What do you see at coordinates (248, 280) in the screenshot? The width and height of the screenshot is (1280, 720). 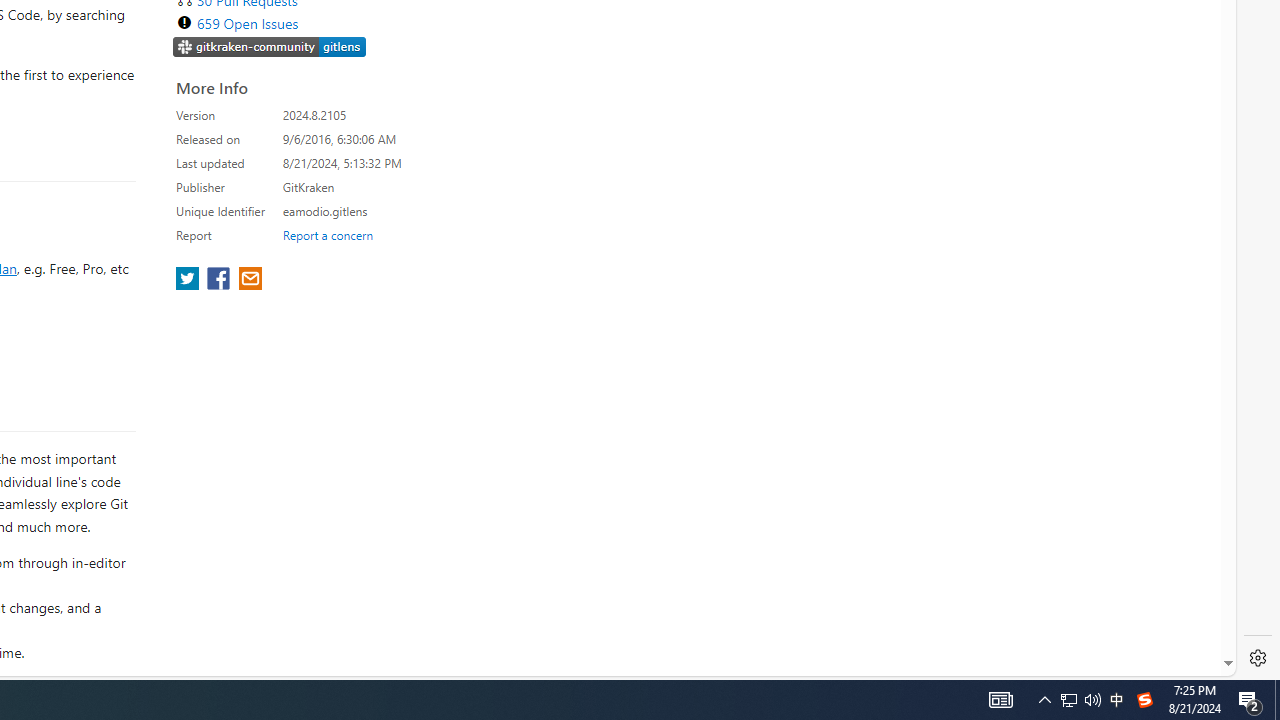 I see `'share extension on email'` at bounding box center [248, 280].